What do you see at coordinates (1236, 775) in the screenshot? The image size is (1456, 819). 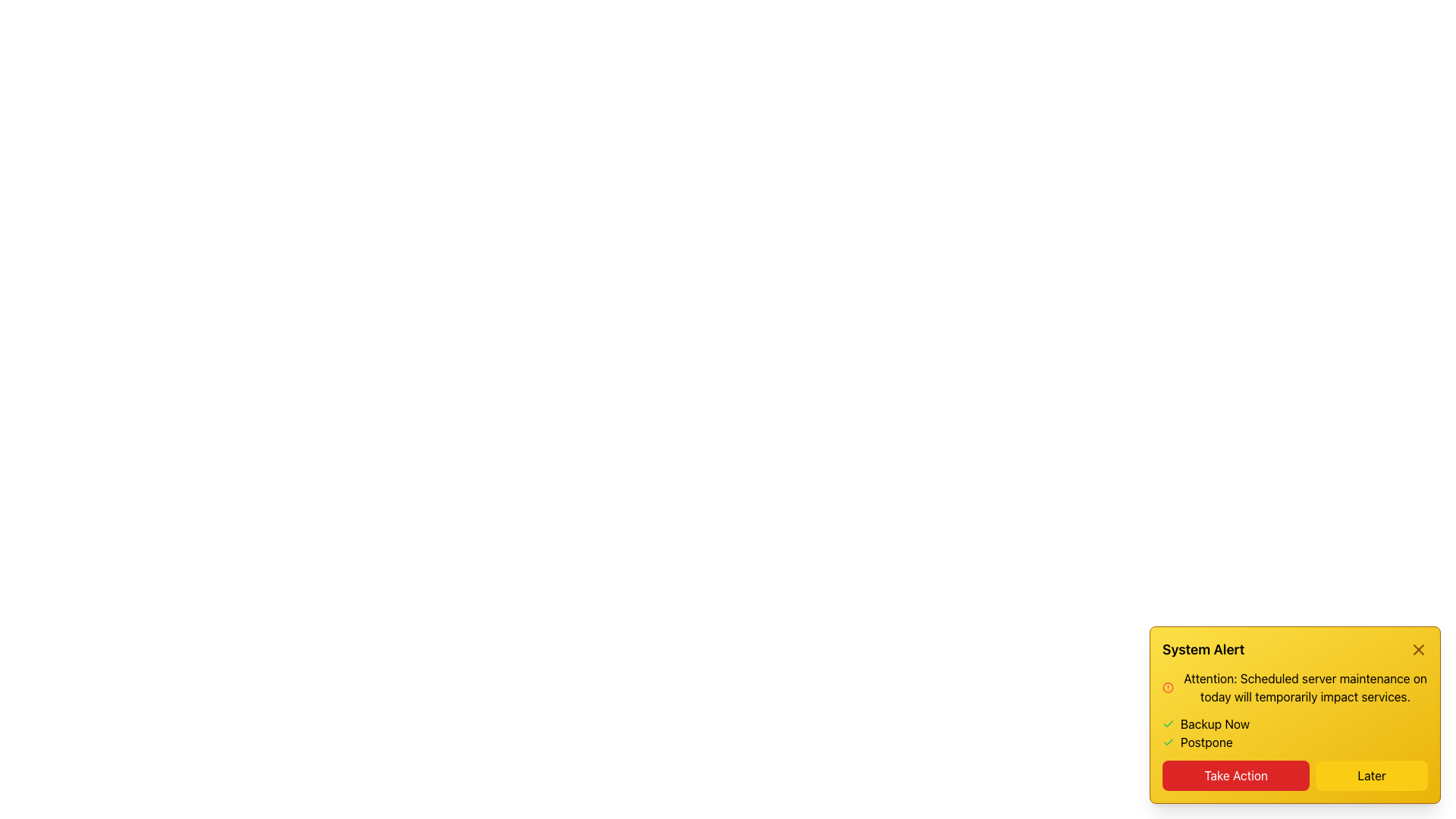 I see `the leftmost red button labeled 'Take Action' located at the bottom of a yellow notification card` at bounding box center [1236, 775].